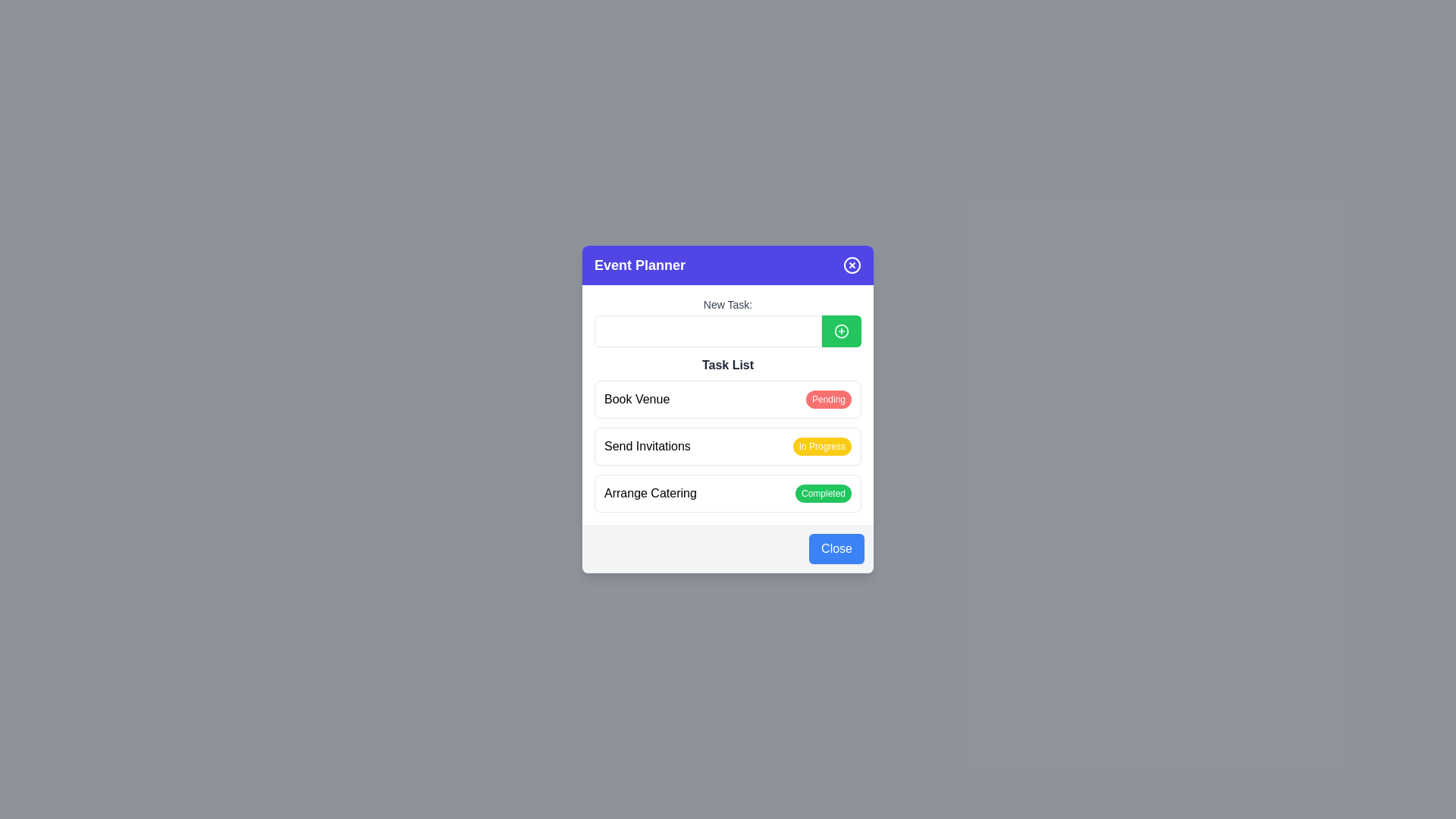  What do you see at coordinates (852, 265) in the screenshot?
I see `the blue circular element located in the top-right corner of the 'Event Planner' modal header, which is part of an 'X' icon` at bounding box center [852, 265].